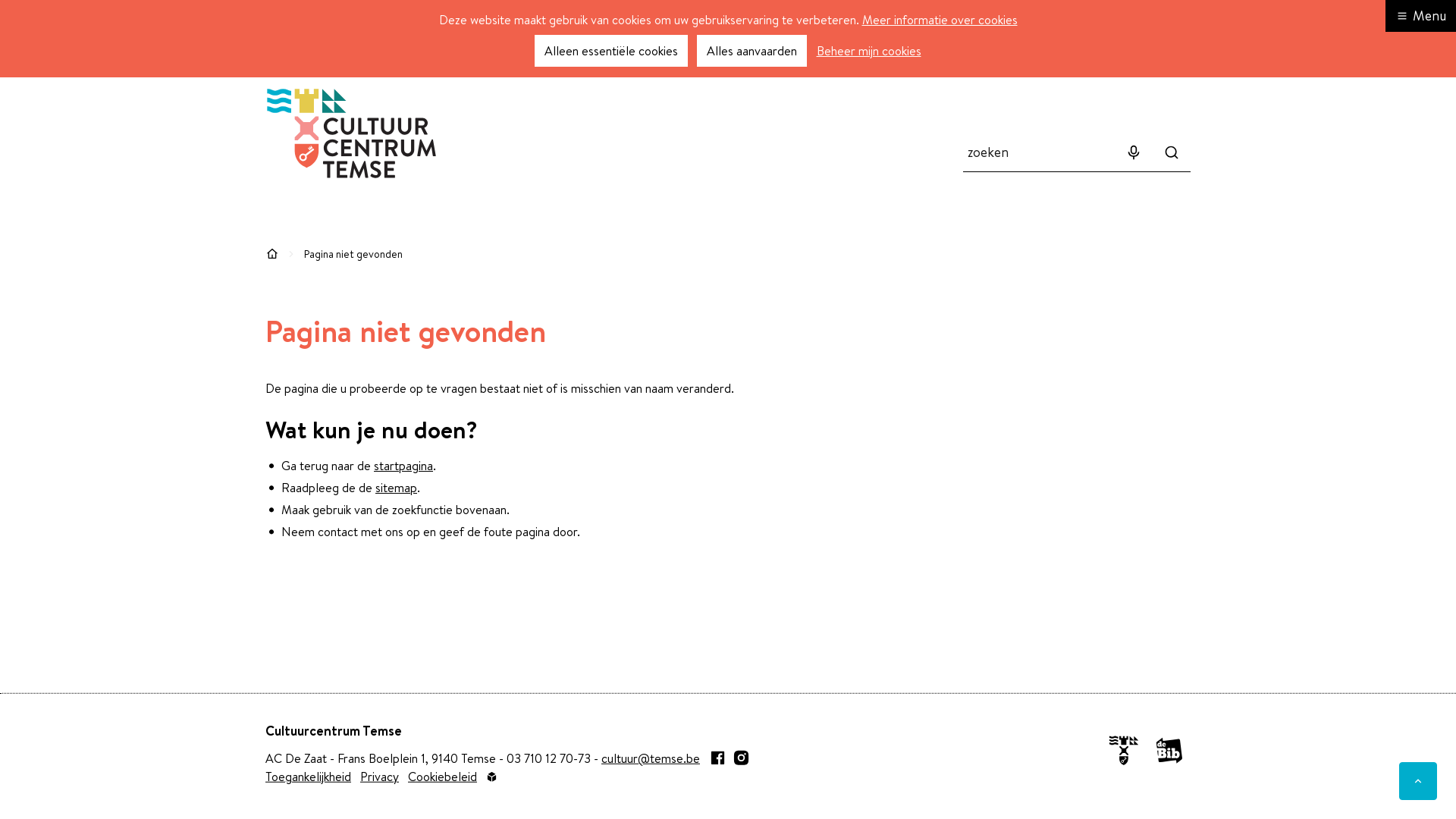 The image size is (1456, 819). I want to click on 'Meer informatie over cookies', so click(938, 20).